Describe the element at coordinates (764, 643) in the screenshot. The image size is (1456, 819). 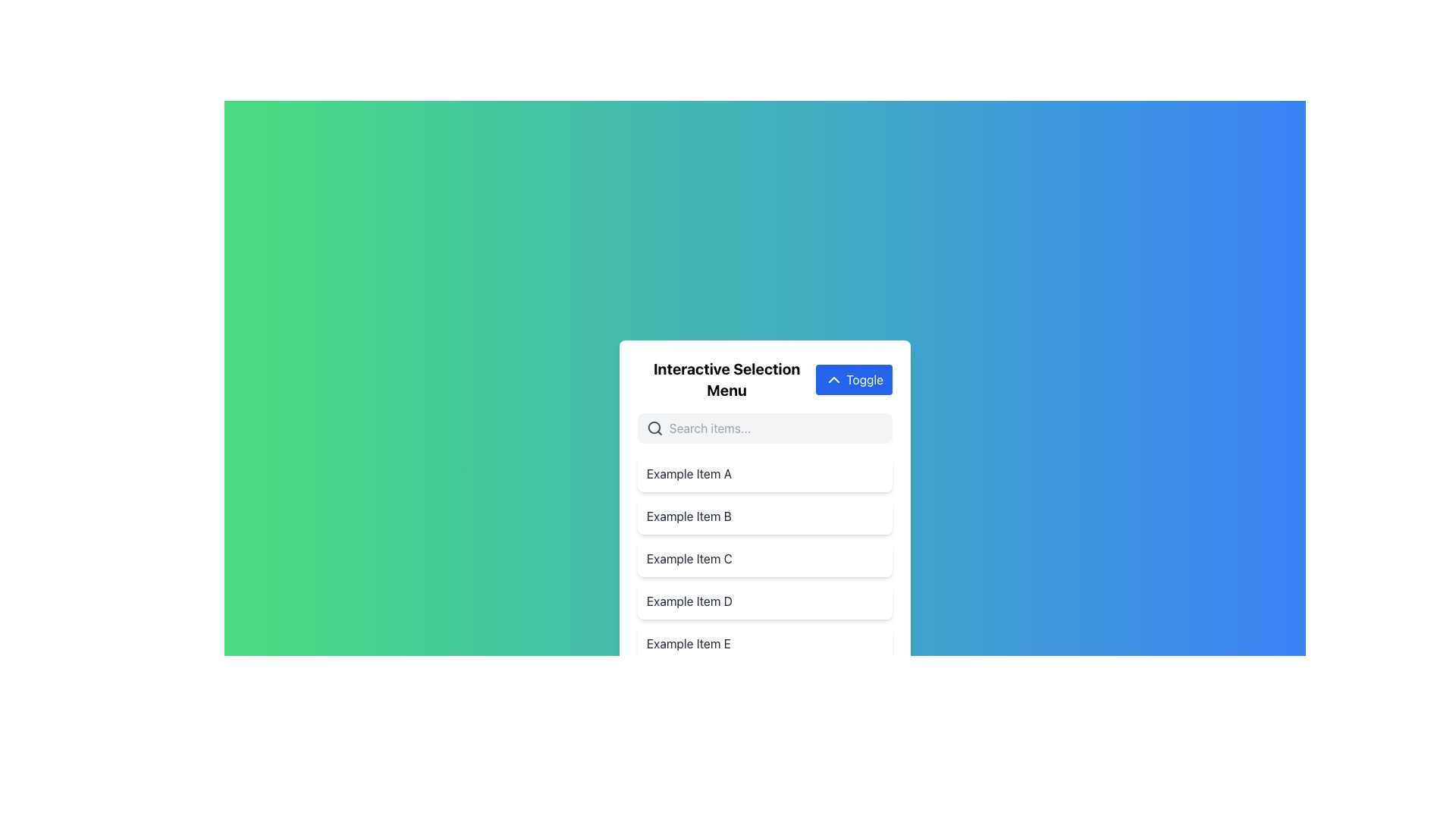
I see `on the list item labeled 'Example Item E', which is the last item in a vertical selection list located below a search bar and toggle switch` at that location.